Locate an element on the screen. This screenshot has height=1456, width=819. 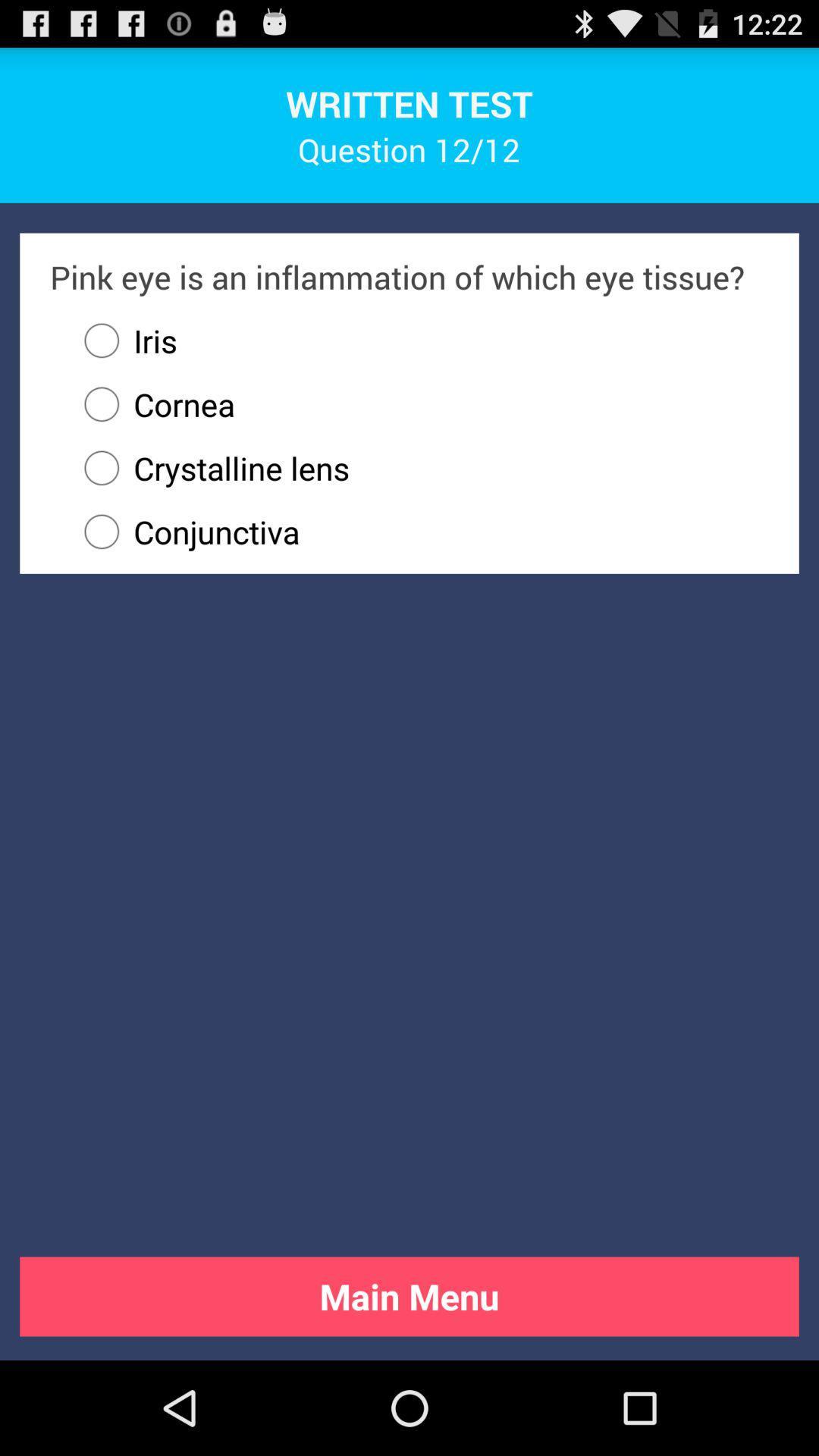
the iris icon is located at coordinates (123, 340).